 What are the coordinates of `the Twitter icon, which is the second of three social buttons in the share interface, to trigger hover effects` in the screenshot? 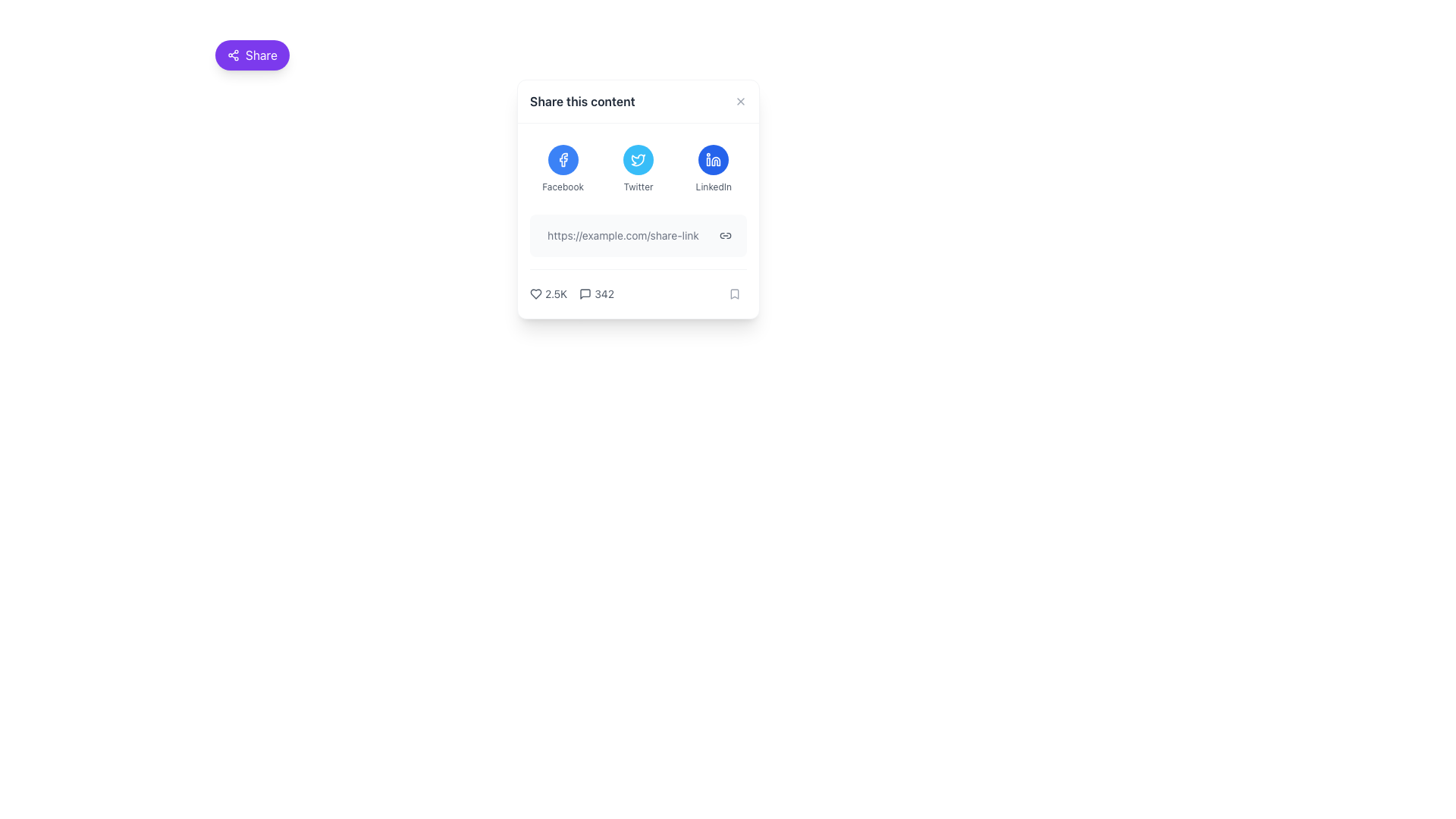 It's located at (638, 160).